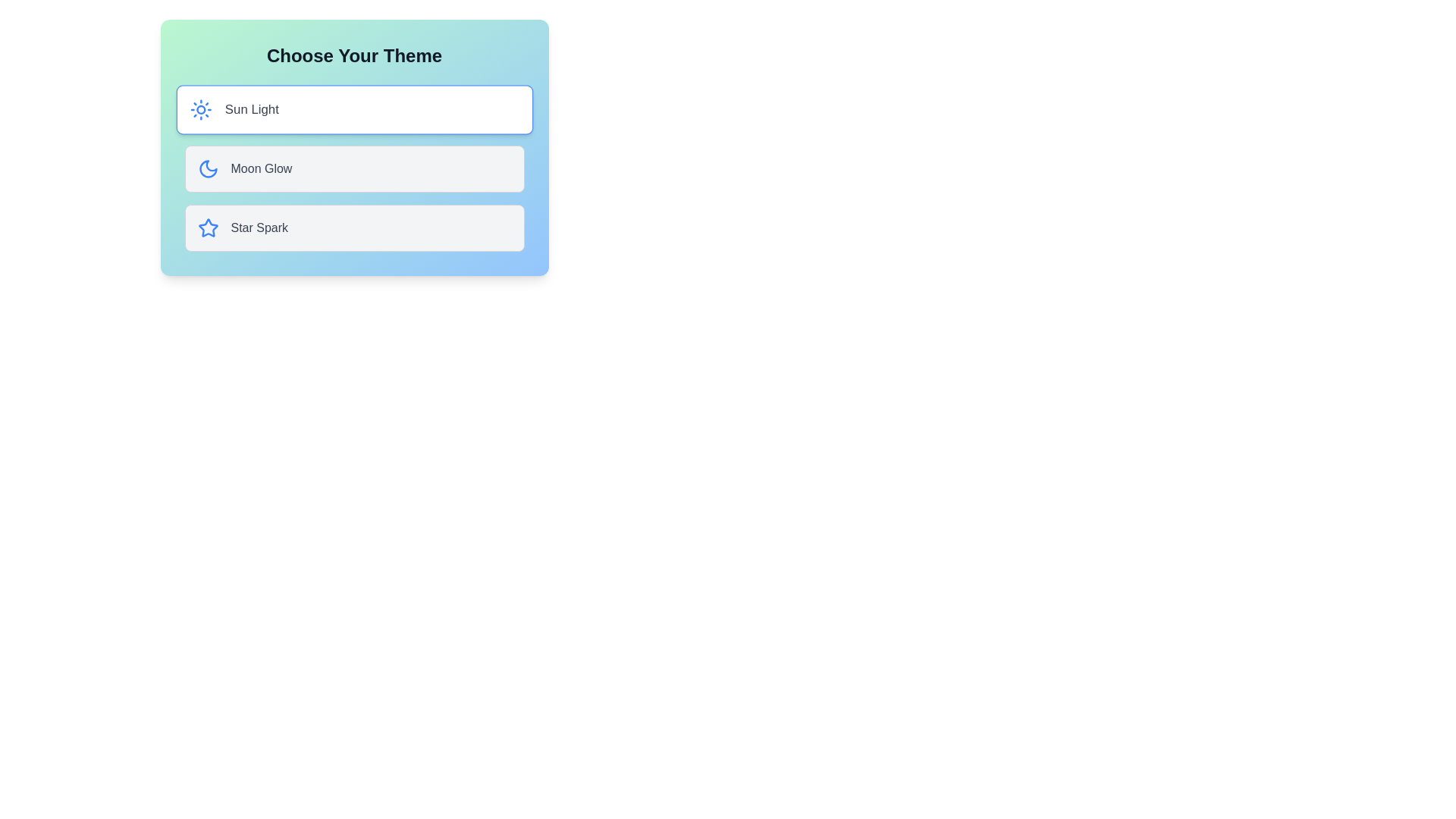  What do you see at coordinates (207, 227) in the screenshot?
I see `the star-shaped SVG icon outlined with a bold blue stroke` at bounding box center [207, 227].